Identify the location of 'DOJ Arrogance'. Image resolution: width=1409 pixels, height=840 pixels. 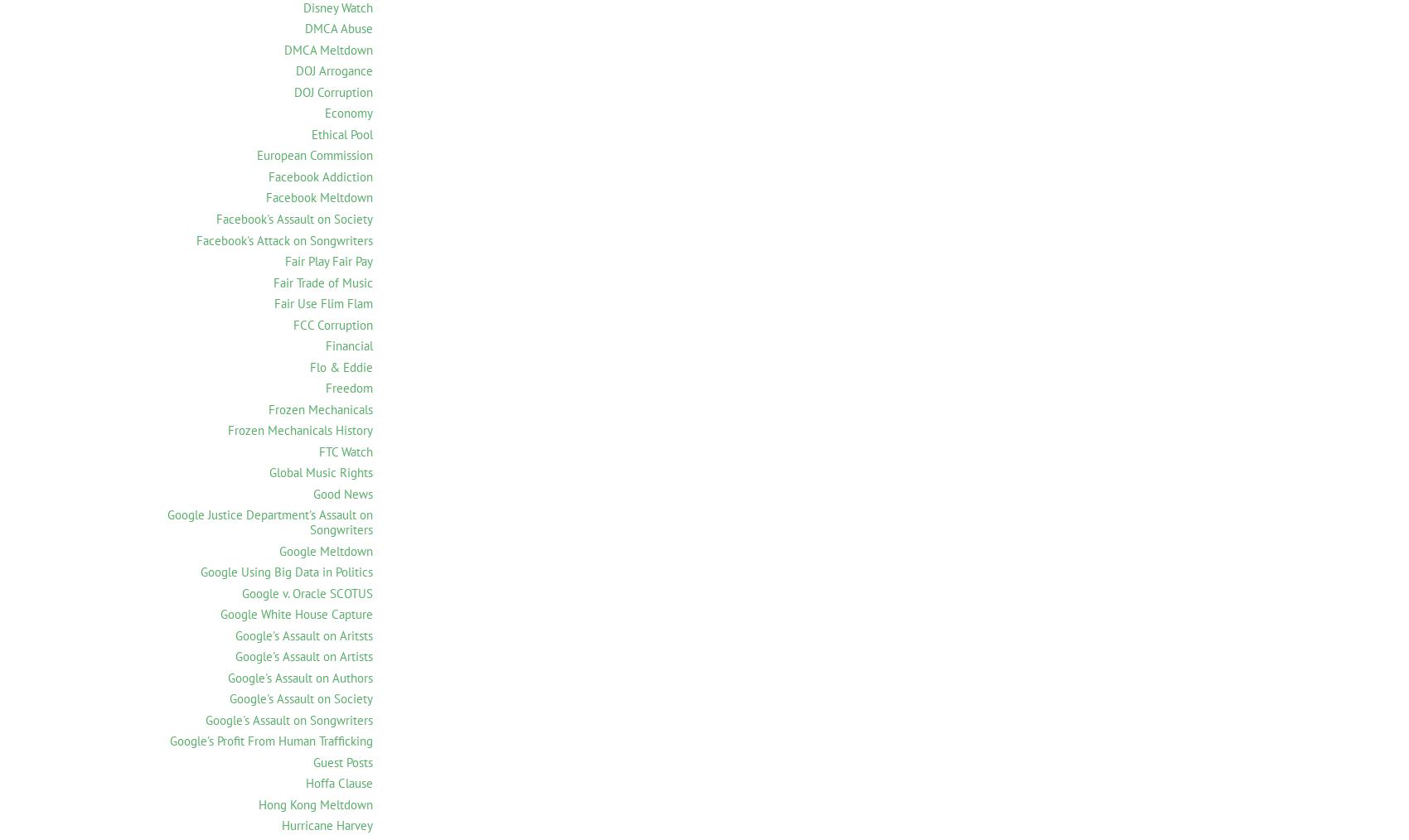
(333, 70).